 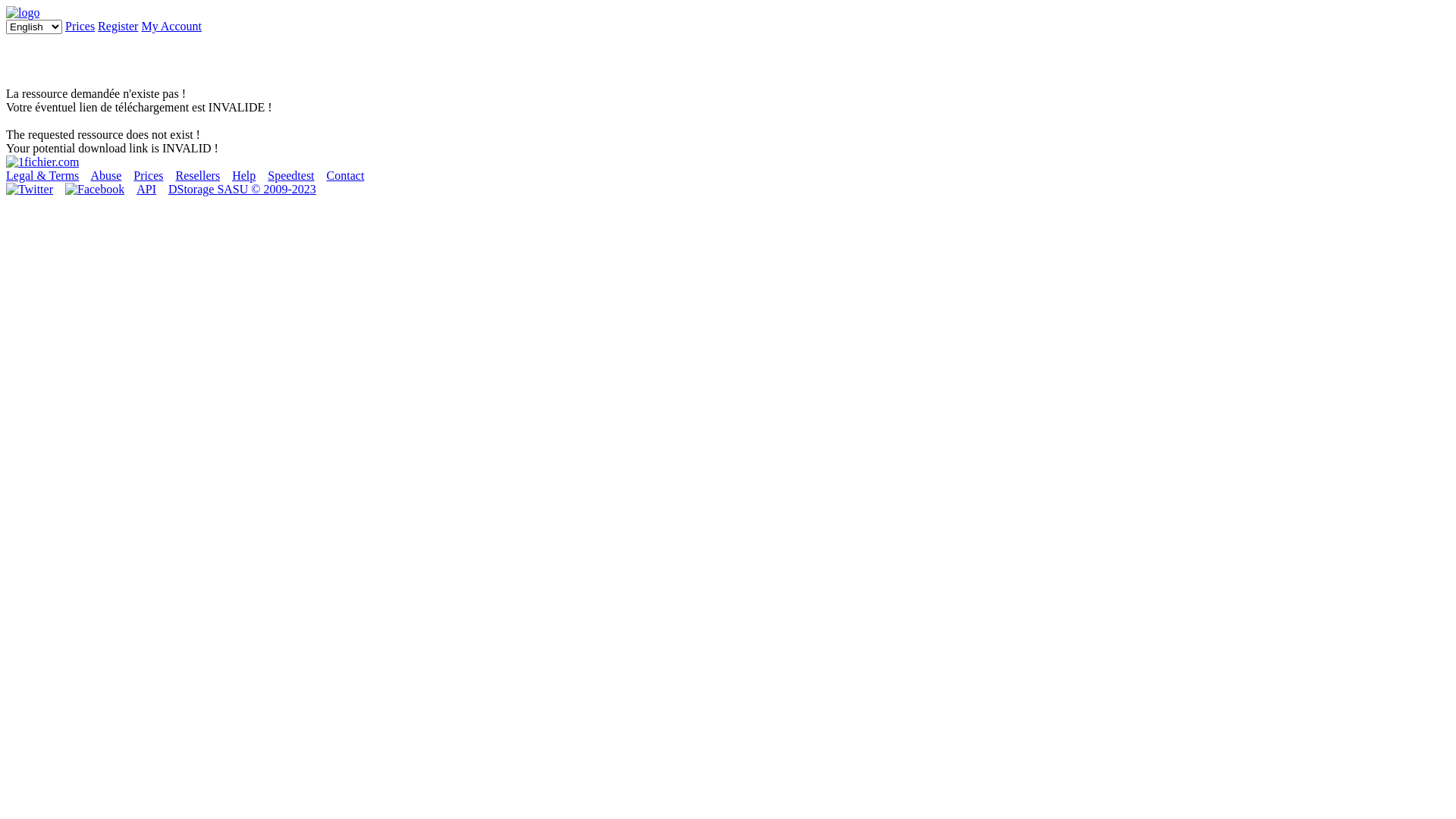 I want to click on 'Prices', so click(x=148, y=174).